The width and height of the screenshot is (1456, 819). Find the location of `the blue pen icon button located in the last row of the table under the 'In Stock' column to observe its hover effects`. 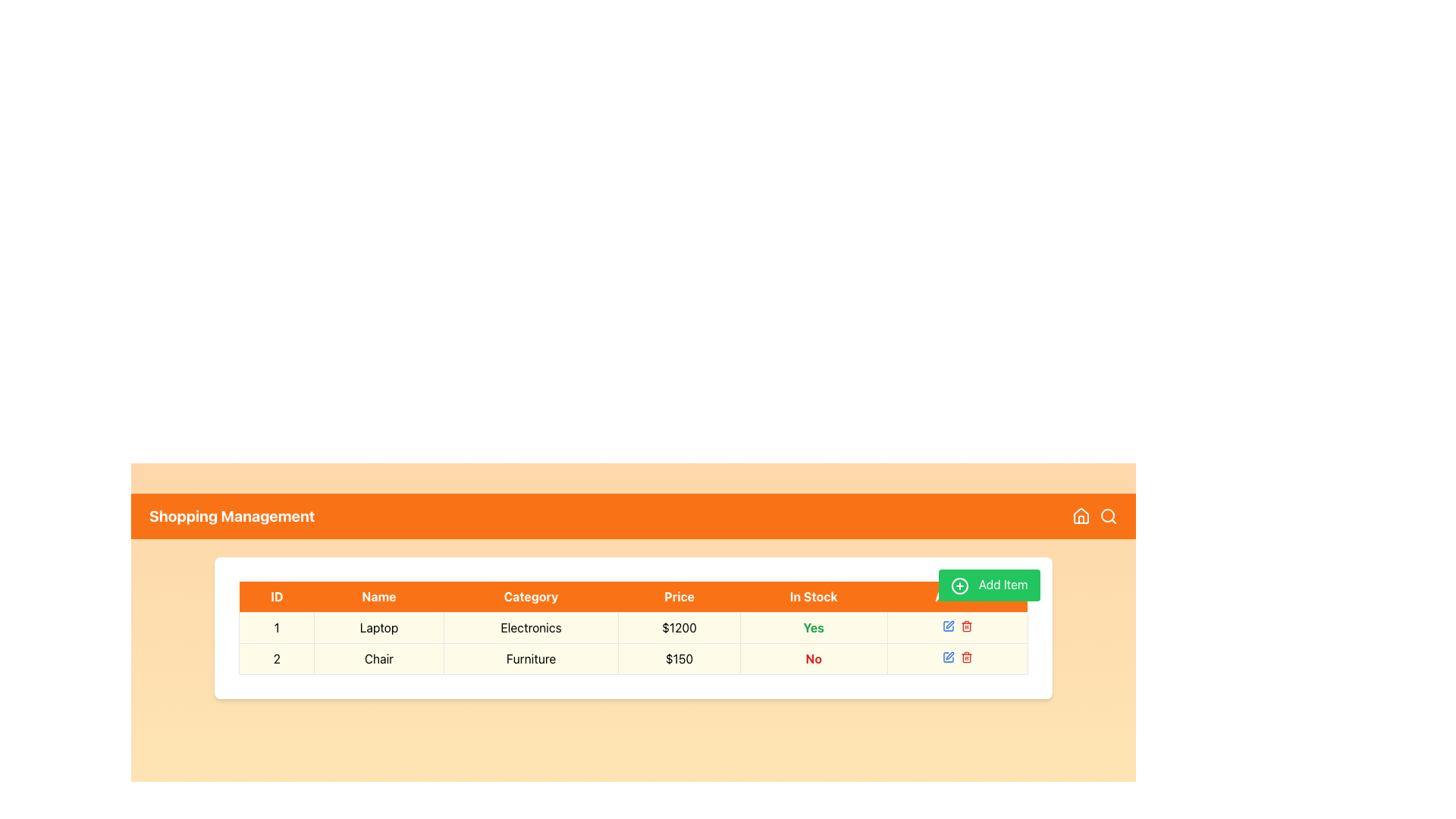

the blue pen icon button located in the last row of the table under the 'In Stock' column to observe its hover effects is located at coordinates (947, 657).